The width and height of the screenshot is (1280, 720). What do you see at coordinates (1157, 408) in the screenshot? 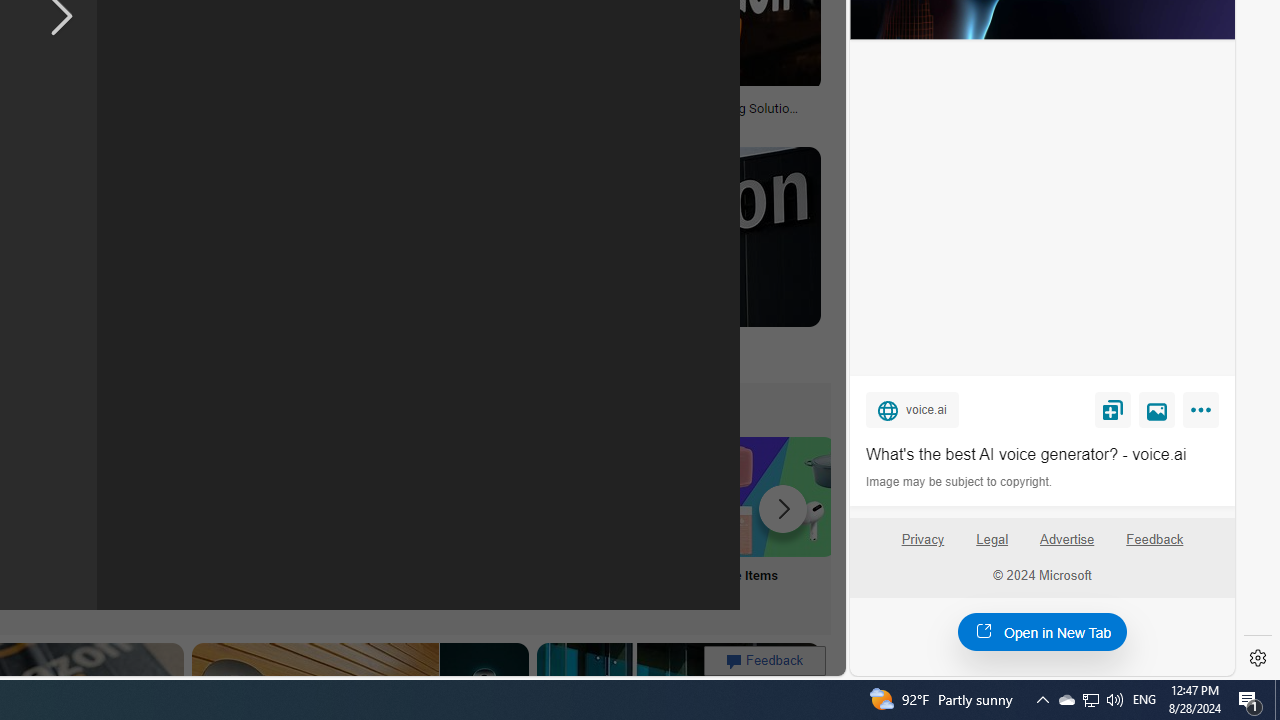
I see `'View image'` at bounding box center [1157, 408].